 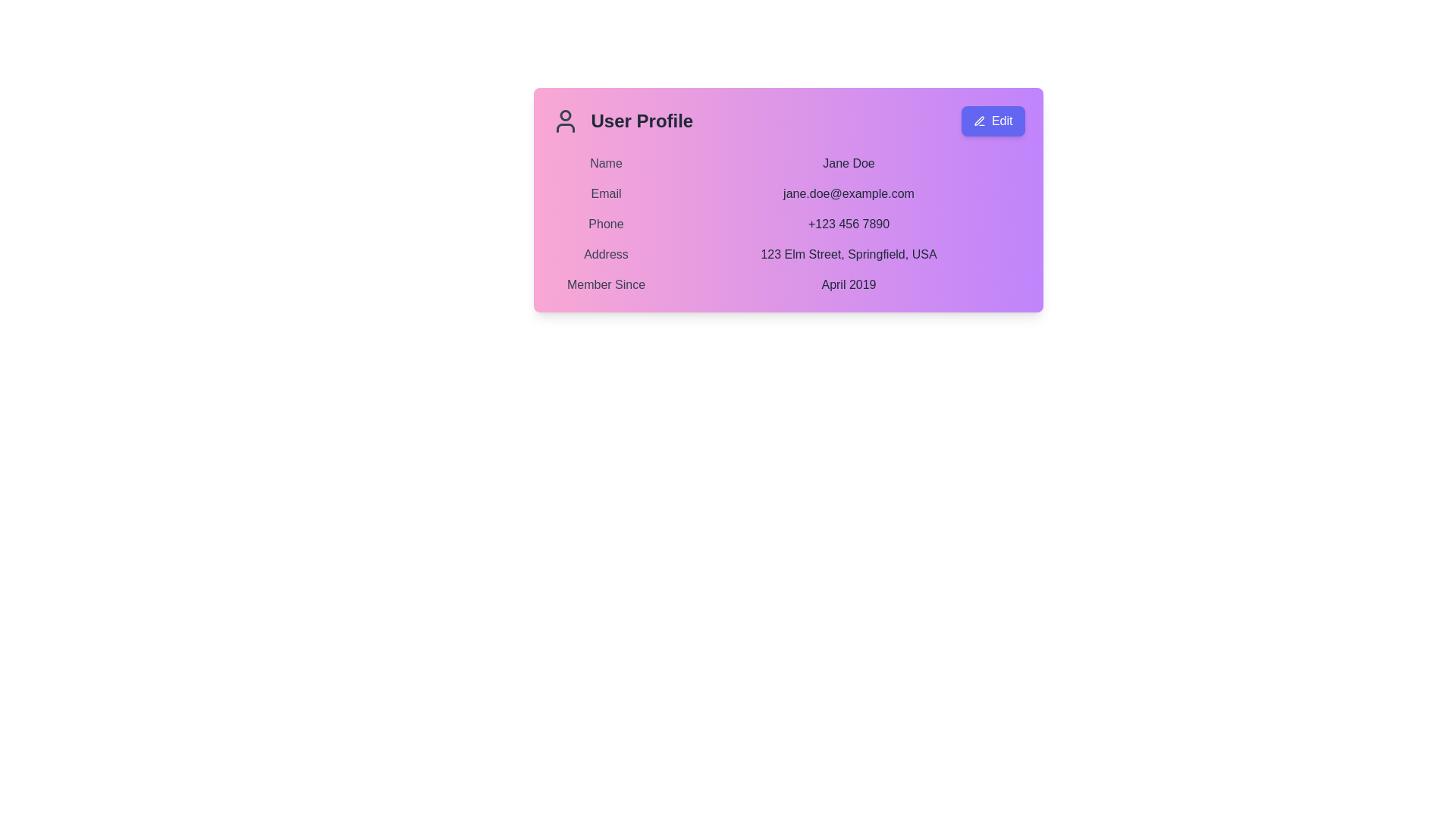 What do you see at coordinates (848, 284) in the screenshot?
I see `date information displayed in the text label 'April 2019', which is aligned with the 'Member Since' label on the user profile card` at bounding box center [848, 284].